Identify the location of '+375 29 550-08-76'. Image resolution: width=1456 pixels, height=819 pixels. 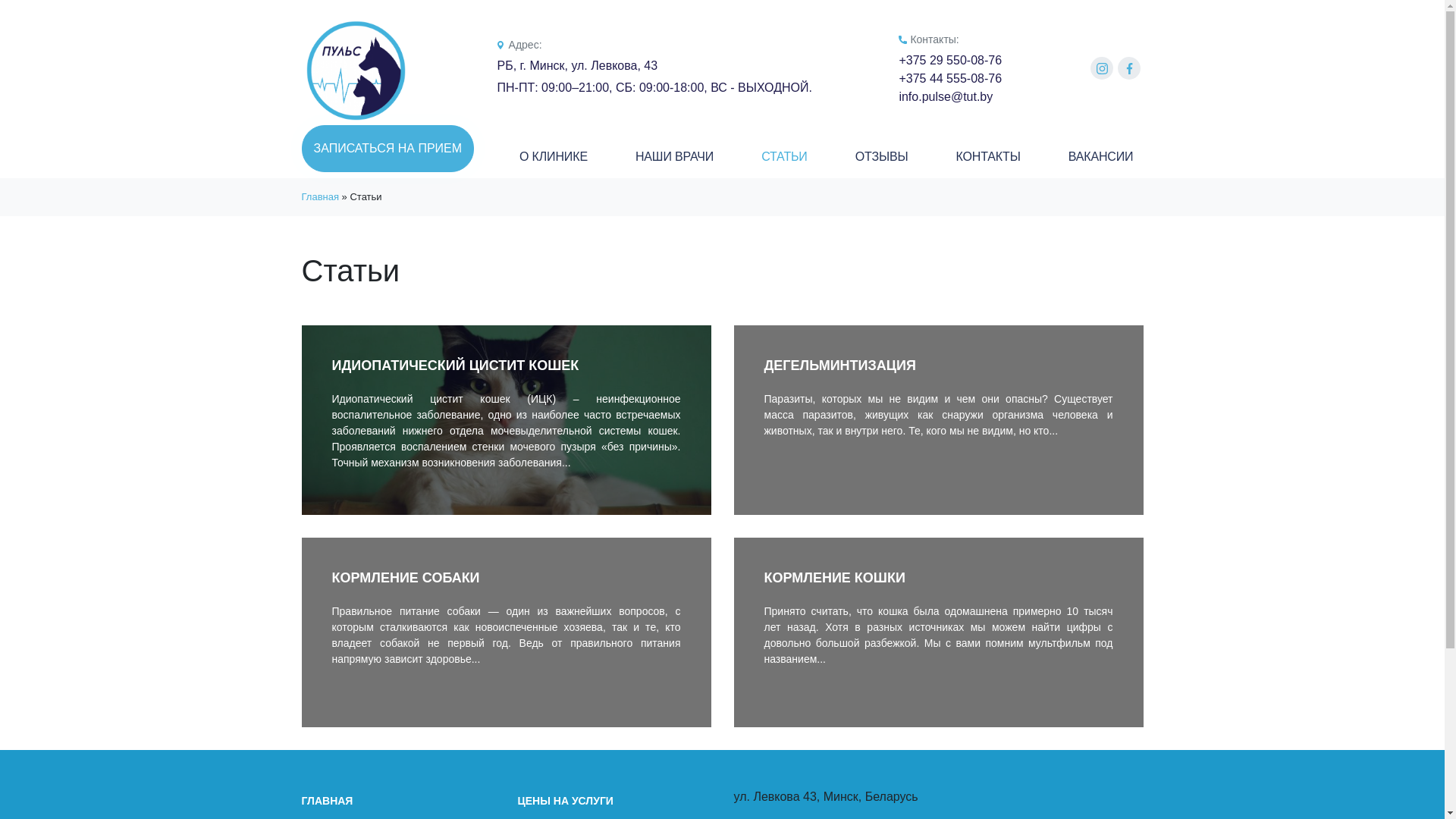
(899, 60).